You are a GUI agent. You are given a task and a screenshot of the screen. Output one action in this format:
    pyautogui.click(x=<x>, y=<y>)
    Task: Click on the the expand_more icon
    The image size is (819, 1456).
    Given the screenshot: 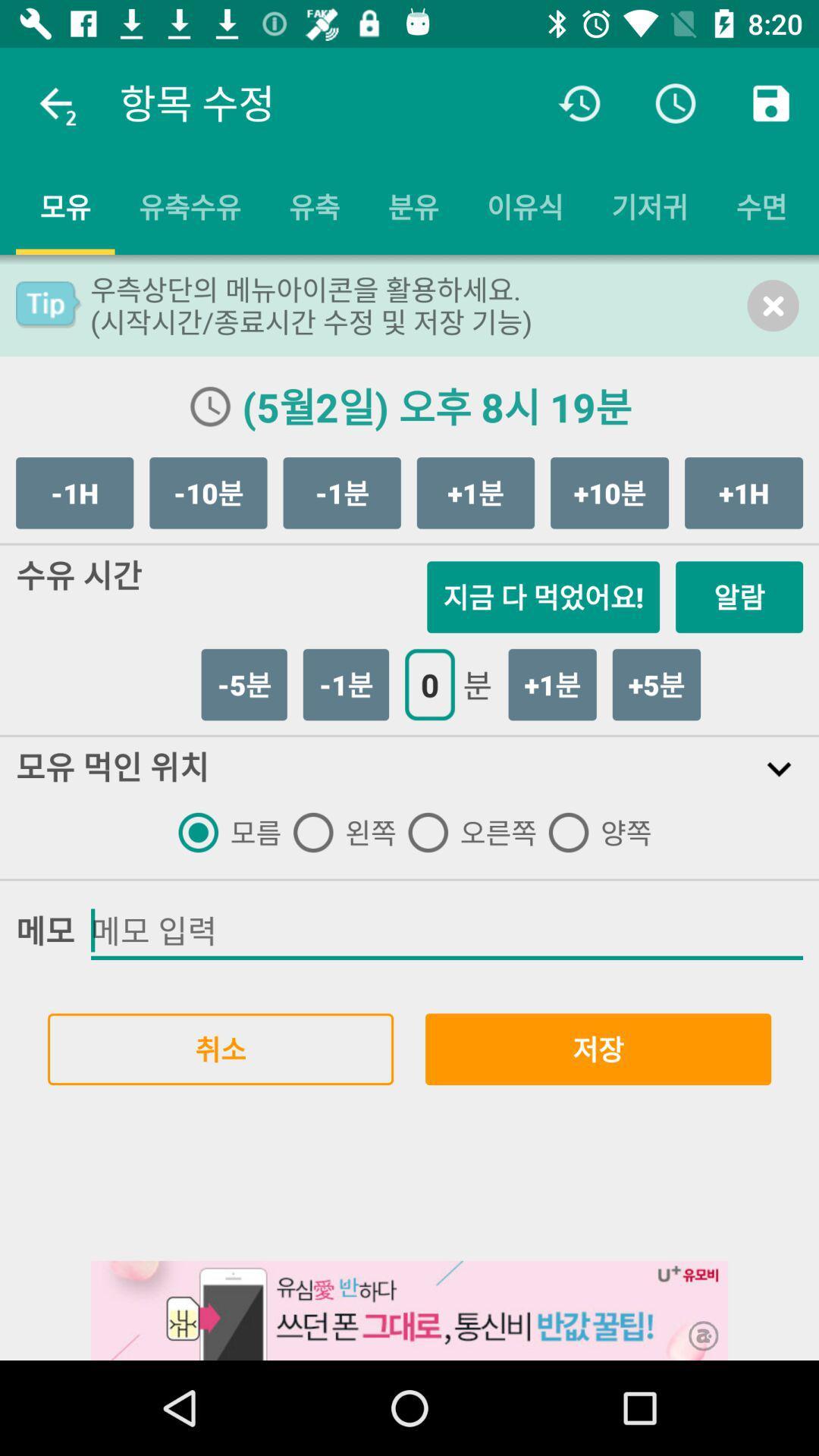 What is the action you would take?
    pyautogui.click(x=779, y=768)
    